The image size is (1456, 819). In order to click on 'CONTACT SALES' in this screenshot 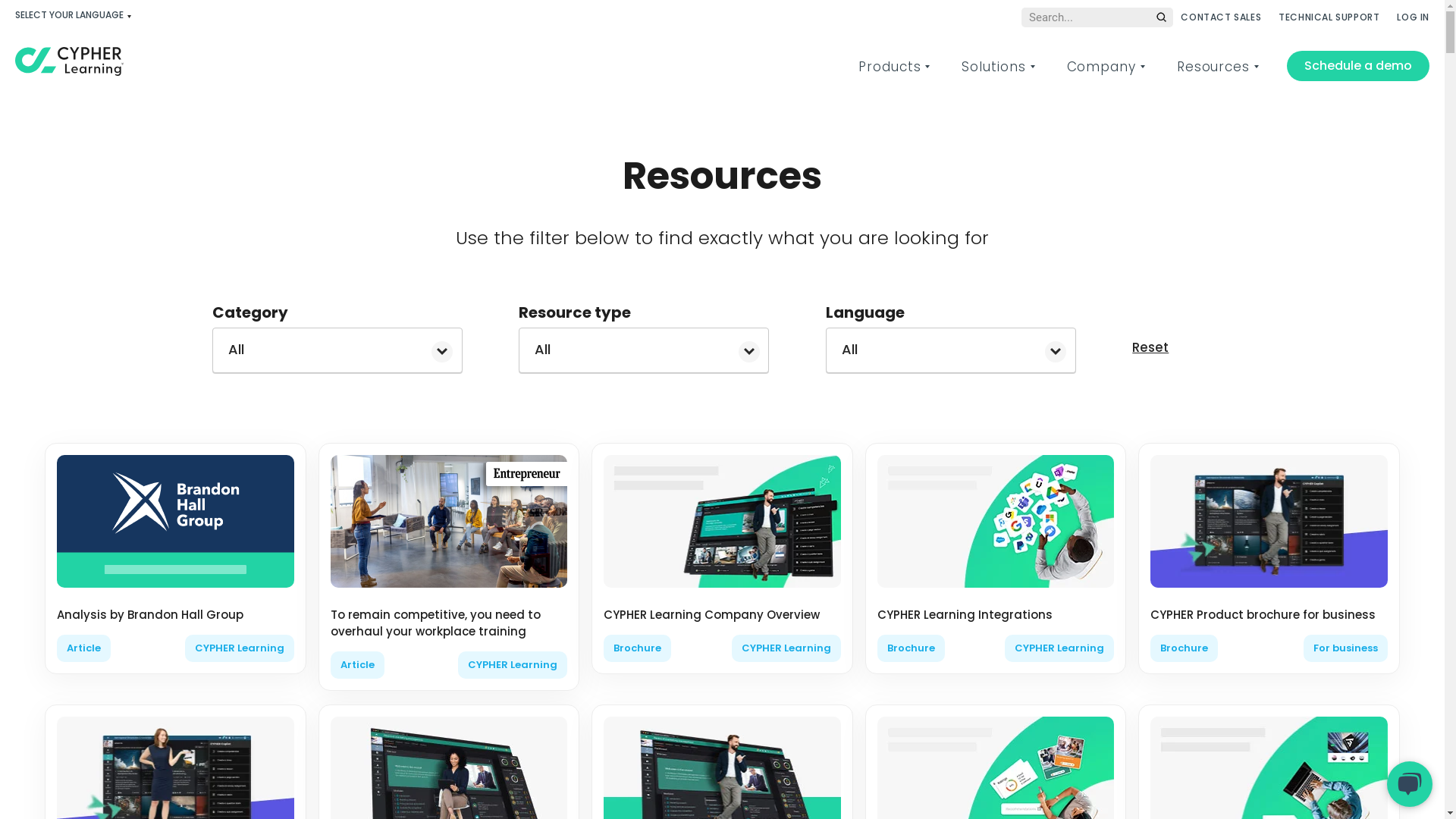, I will do `click(1220, 17)`.